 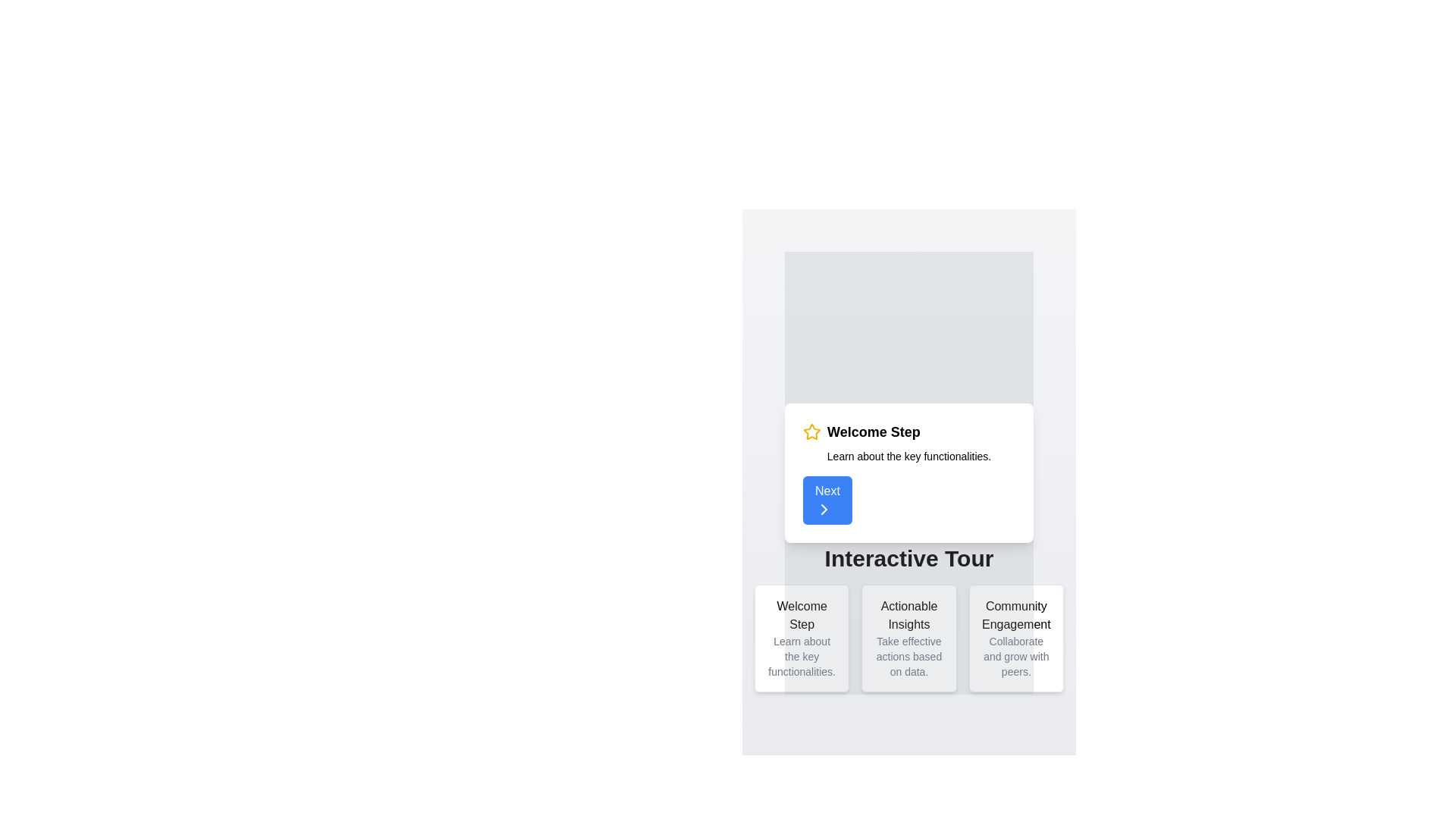 What do you see at coordinates (909, 638) in the screenshot?
I see `content displayed on the 'Actionable Insights' informational card, which is the middle card in a trio located at the bottom of the layout, directly below the 'Interactive Tour' heading` at bounding box center [909, 638].